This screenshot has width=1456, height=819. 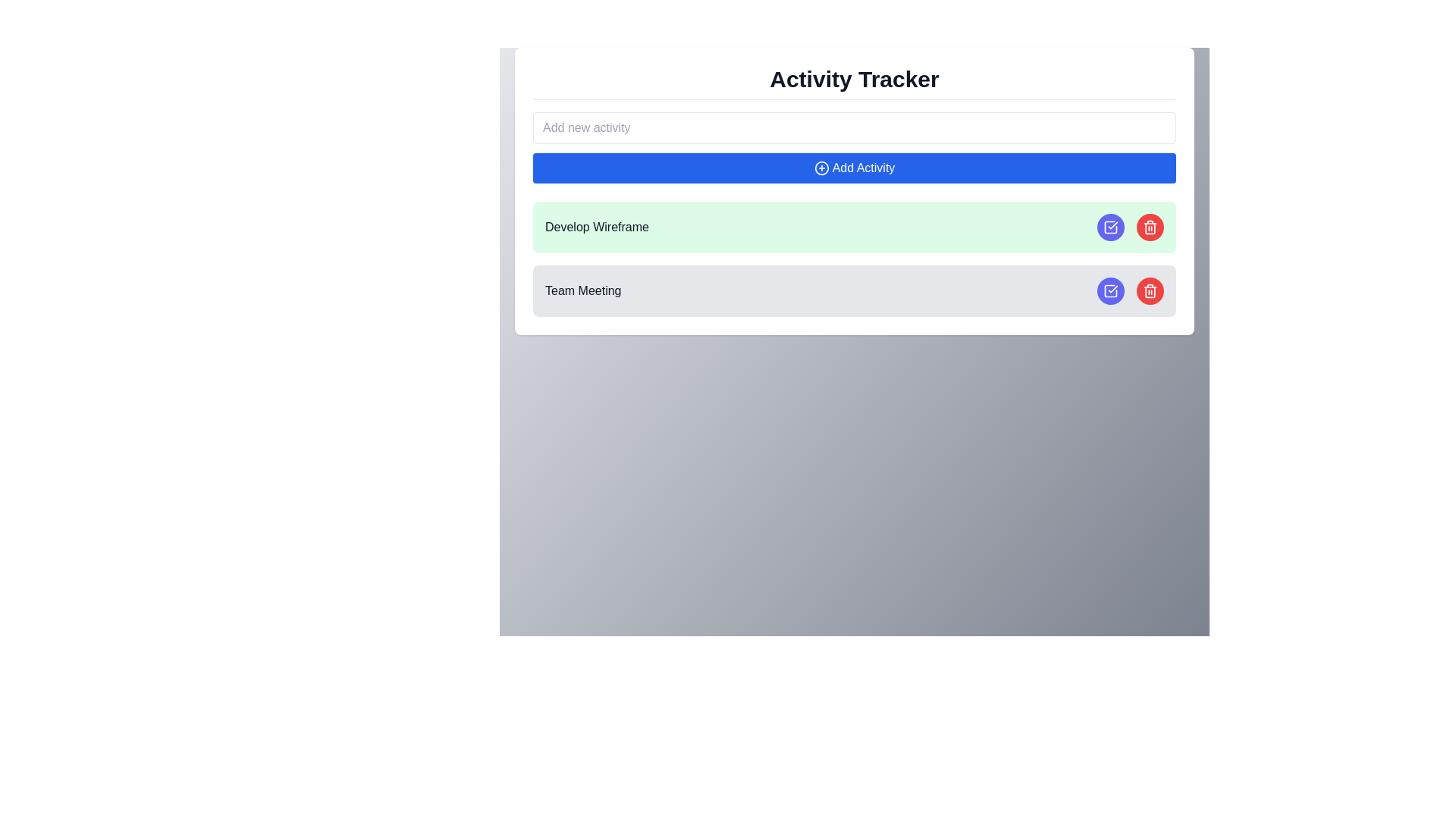 I want to click on the icon within the rounded circular button on the right-hand side of the 'Team Meeting' list item to mark the task as completed, so click(x=1110, y=291).